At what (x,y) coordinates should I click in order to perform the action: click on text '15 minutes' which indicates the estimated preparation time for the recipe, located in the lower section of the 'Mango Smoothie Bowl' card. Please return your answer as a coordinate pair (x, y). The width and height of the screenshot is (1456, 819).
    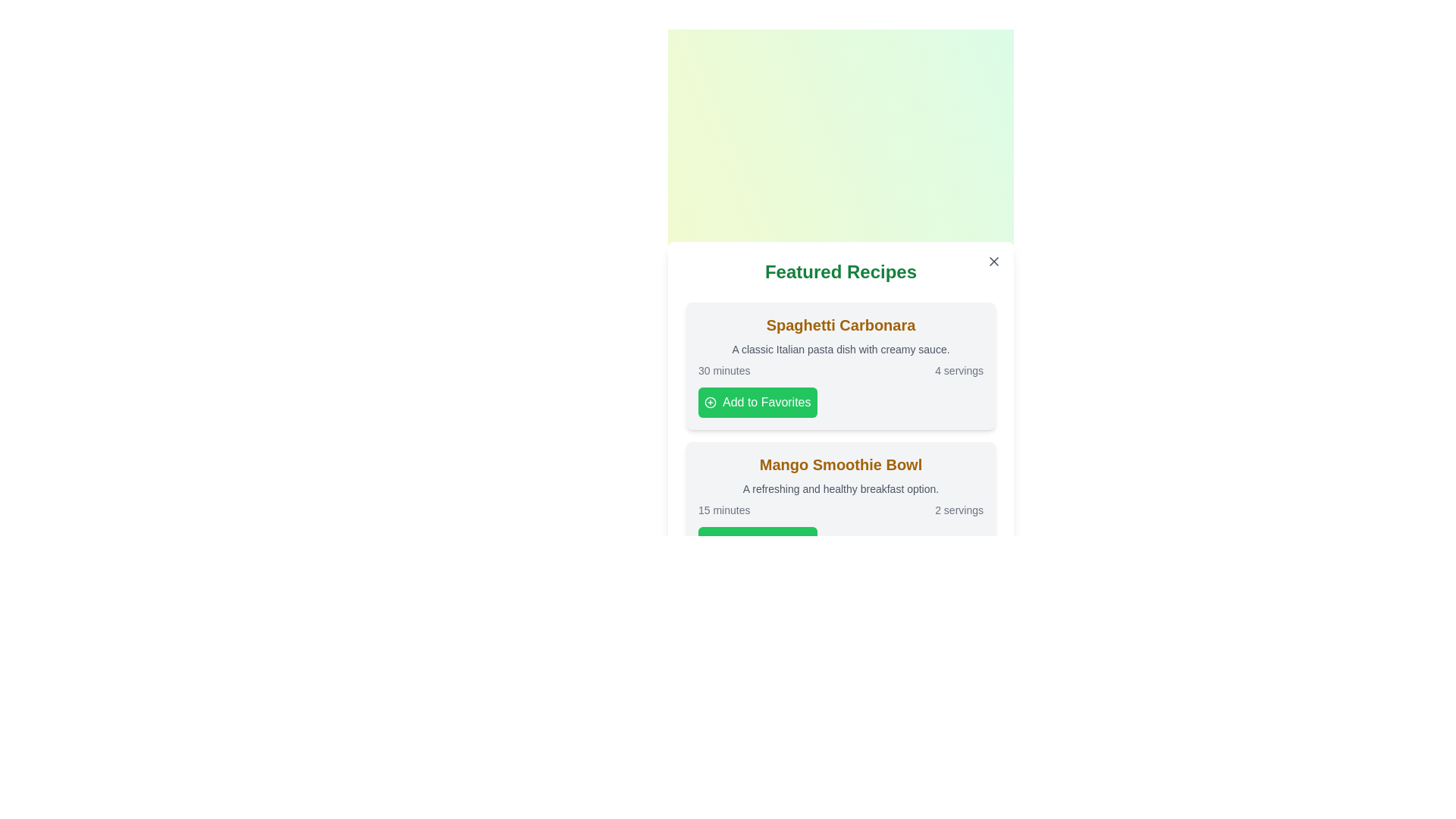
    Looking at the image, I should click on (723, 510).